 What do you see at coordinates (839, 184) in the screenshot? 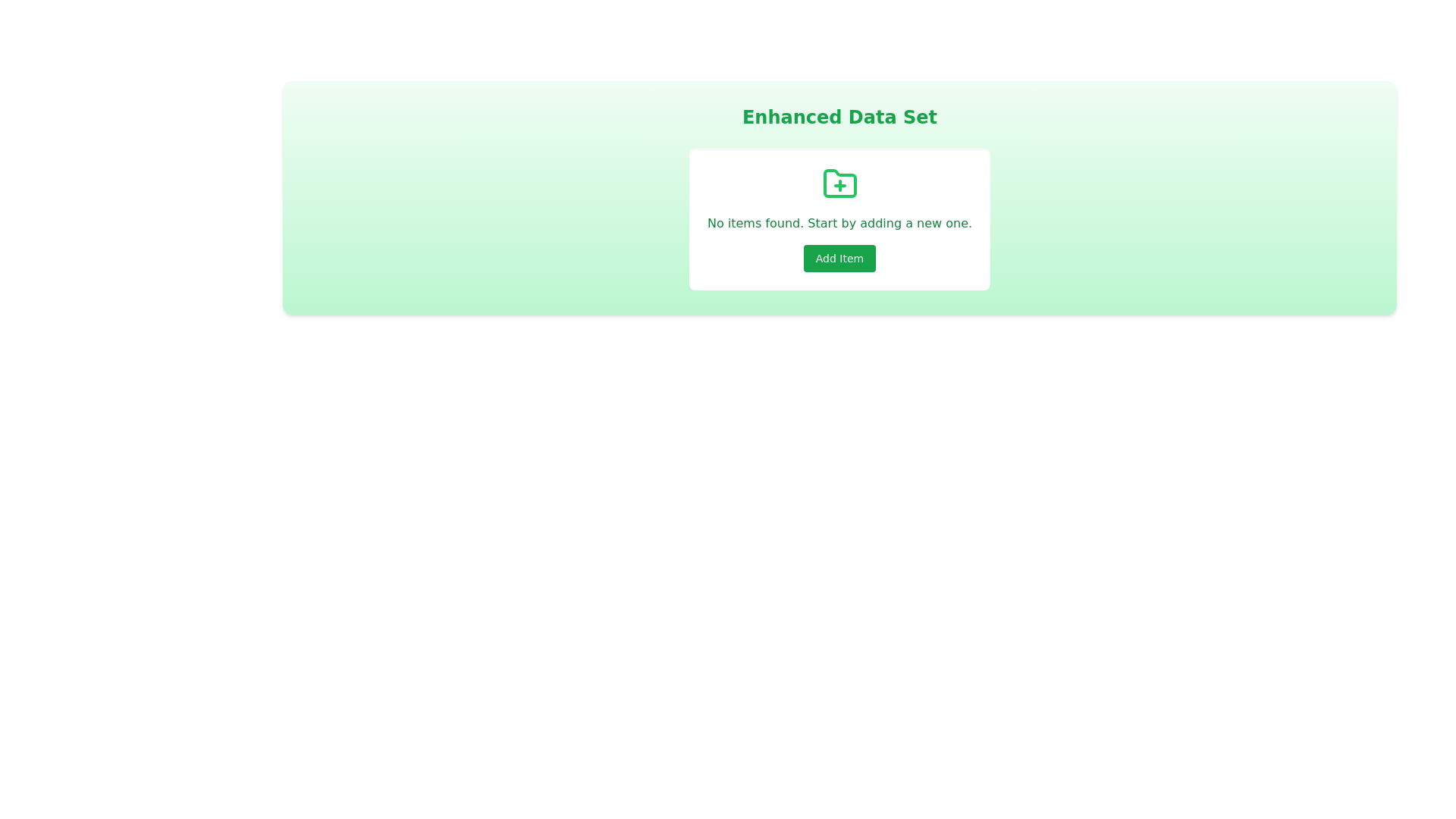
I see `the add folder icon located in the center of the panel, which is positioned above the text 'No items found. Start by adding a new one.' and directly above the 'Add Item' button` at bounding box center [839, 184].